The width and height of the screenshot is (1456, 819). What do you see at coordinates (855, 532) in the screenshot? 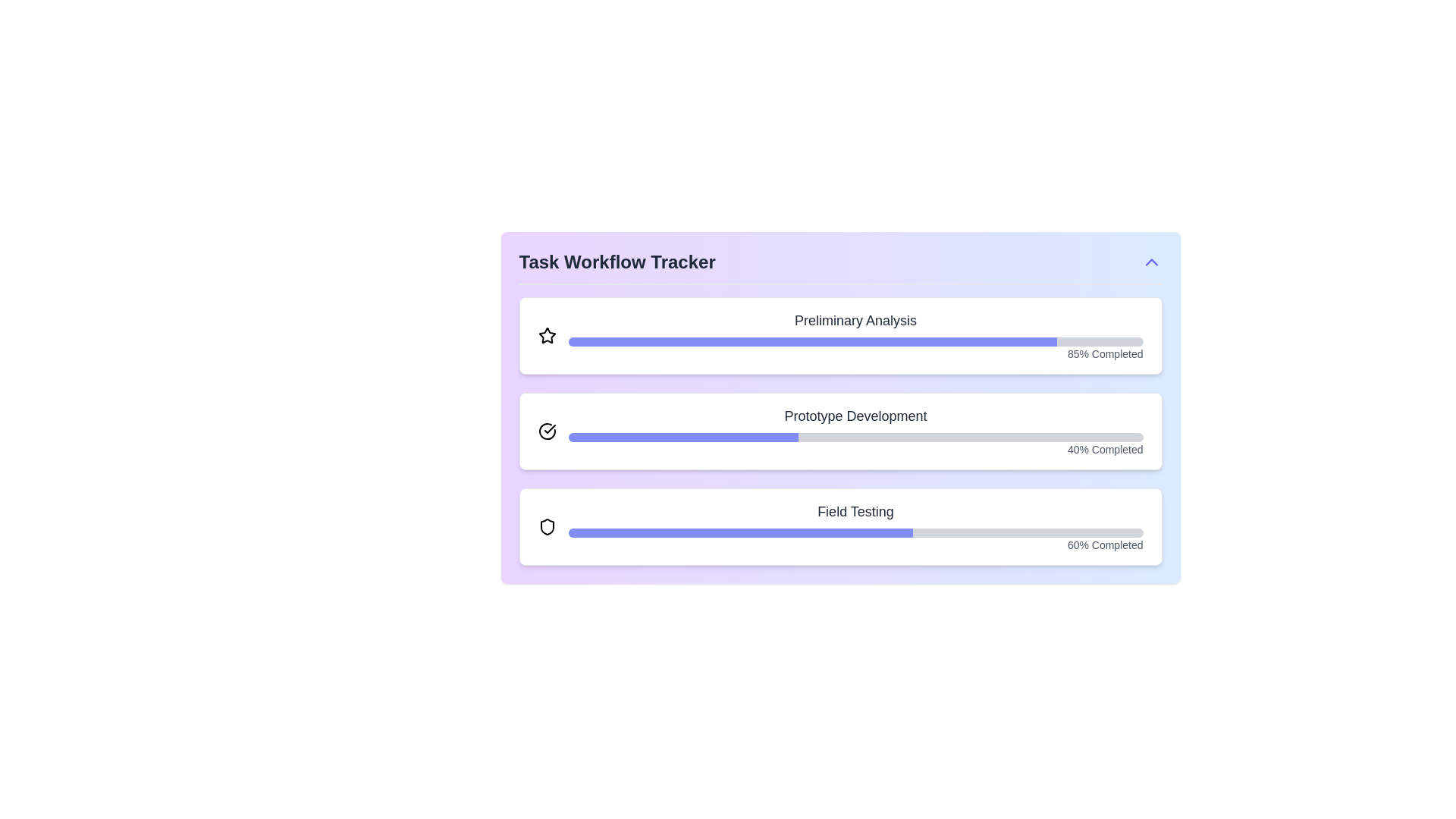
I see `the horizontal progress bar indicating the completion status of the 'Field Testing' task, located below the 'Field Testing' label and above the '60% Completed' text` at bounding box center [855, 532].